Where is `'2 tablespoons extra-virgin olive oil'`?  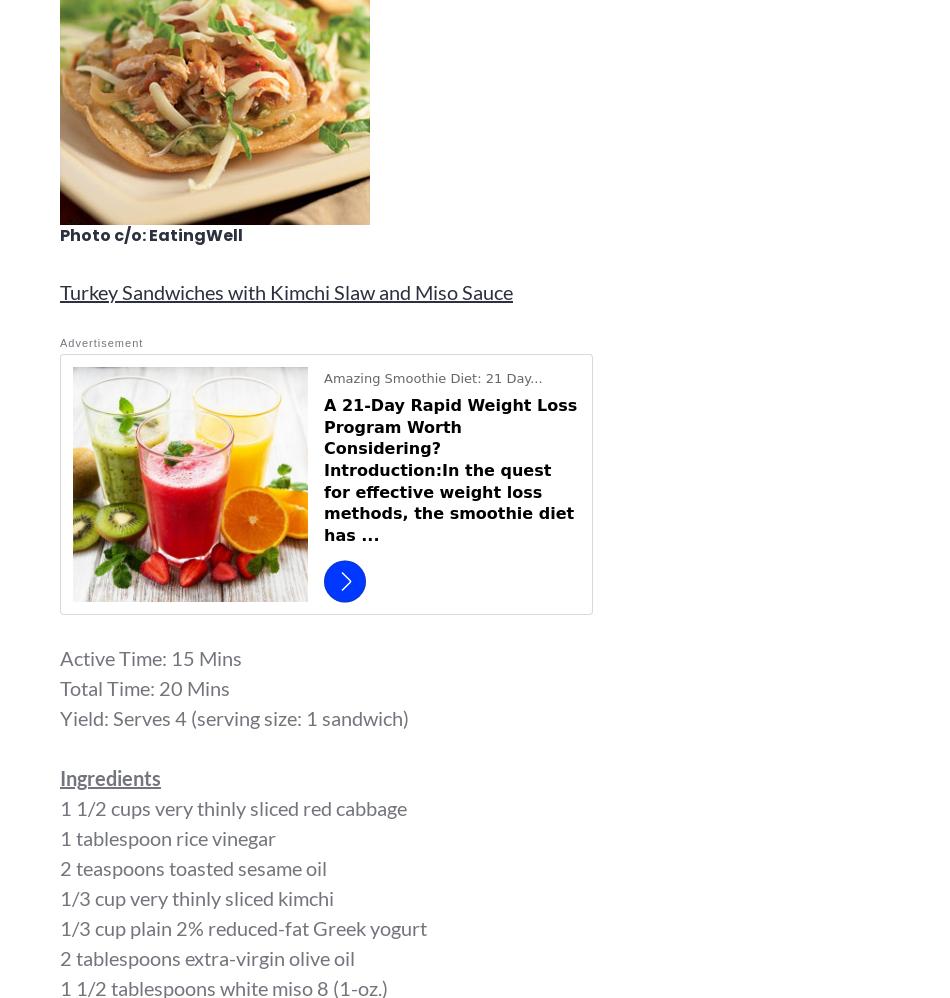
'2 tablespoons extra-virgin olive oil' is located at coordinates (207, 956).